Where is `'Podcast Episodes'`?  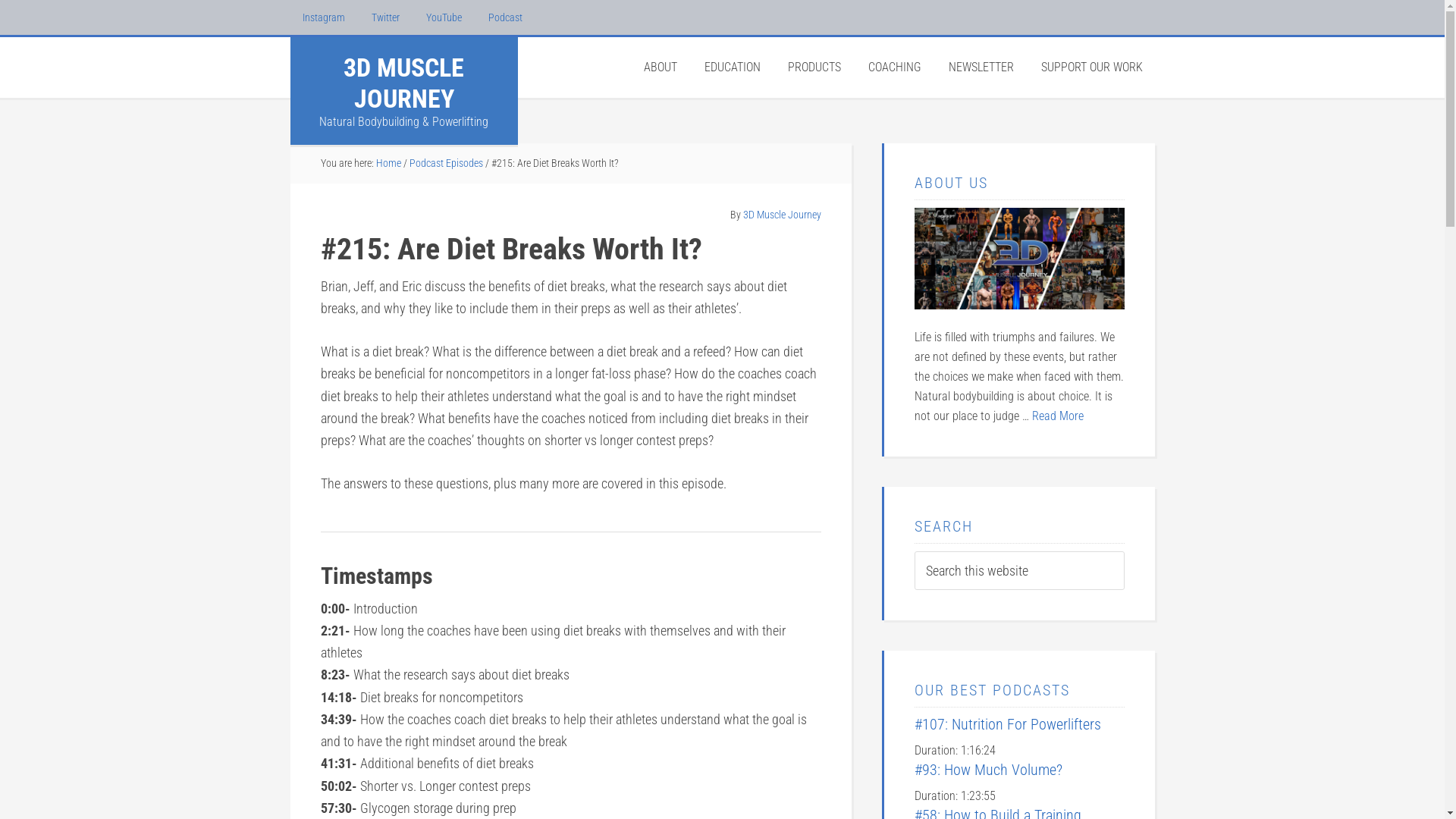
'Podcast Episodes' is located at coordinates (445, 163).